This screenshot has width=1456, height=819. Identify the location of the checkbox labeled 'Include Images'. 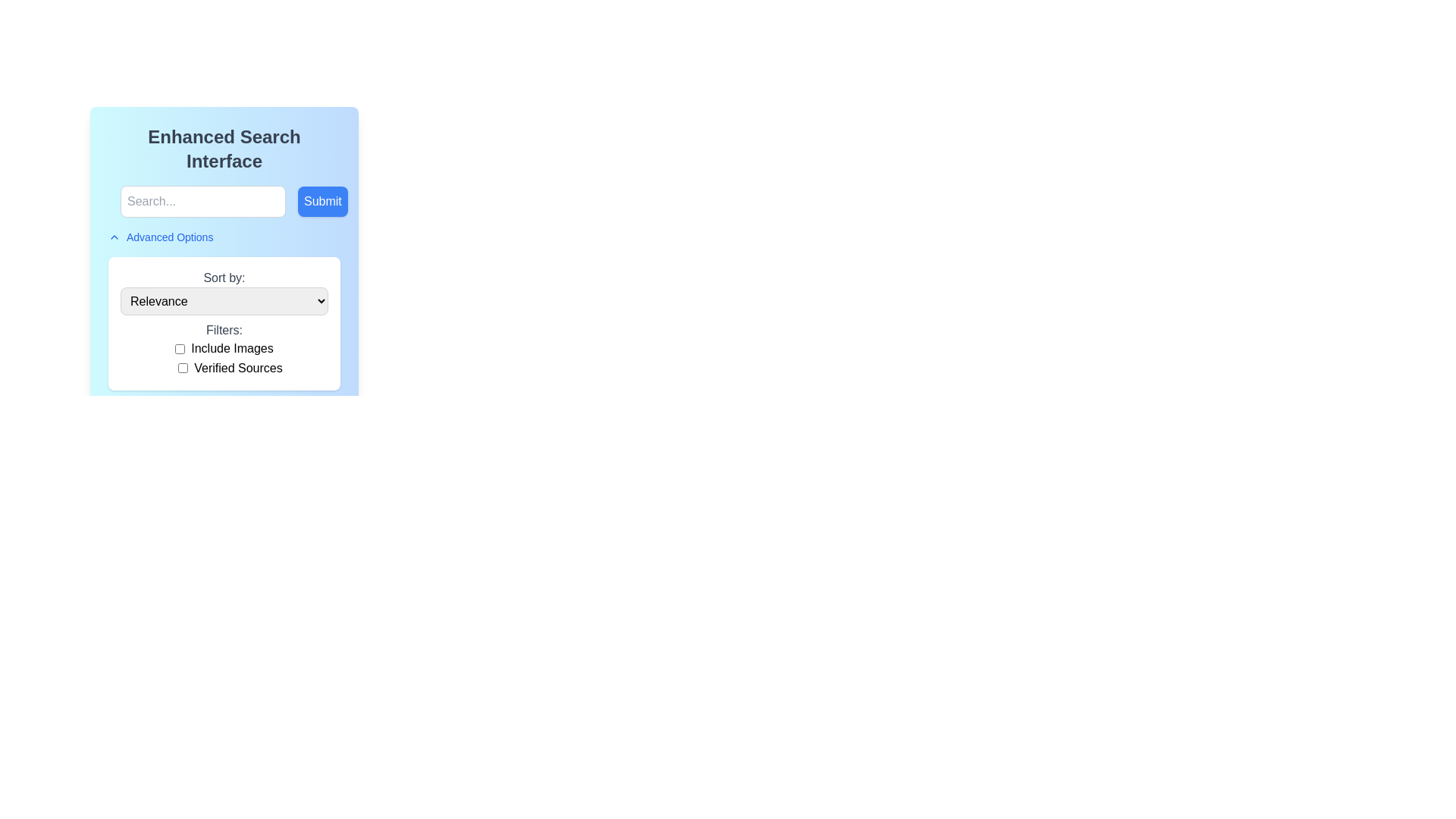
(224, 348).